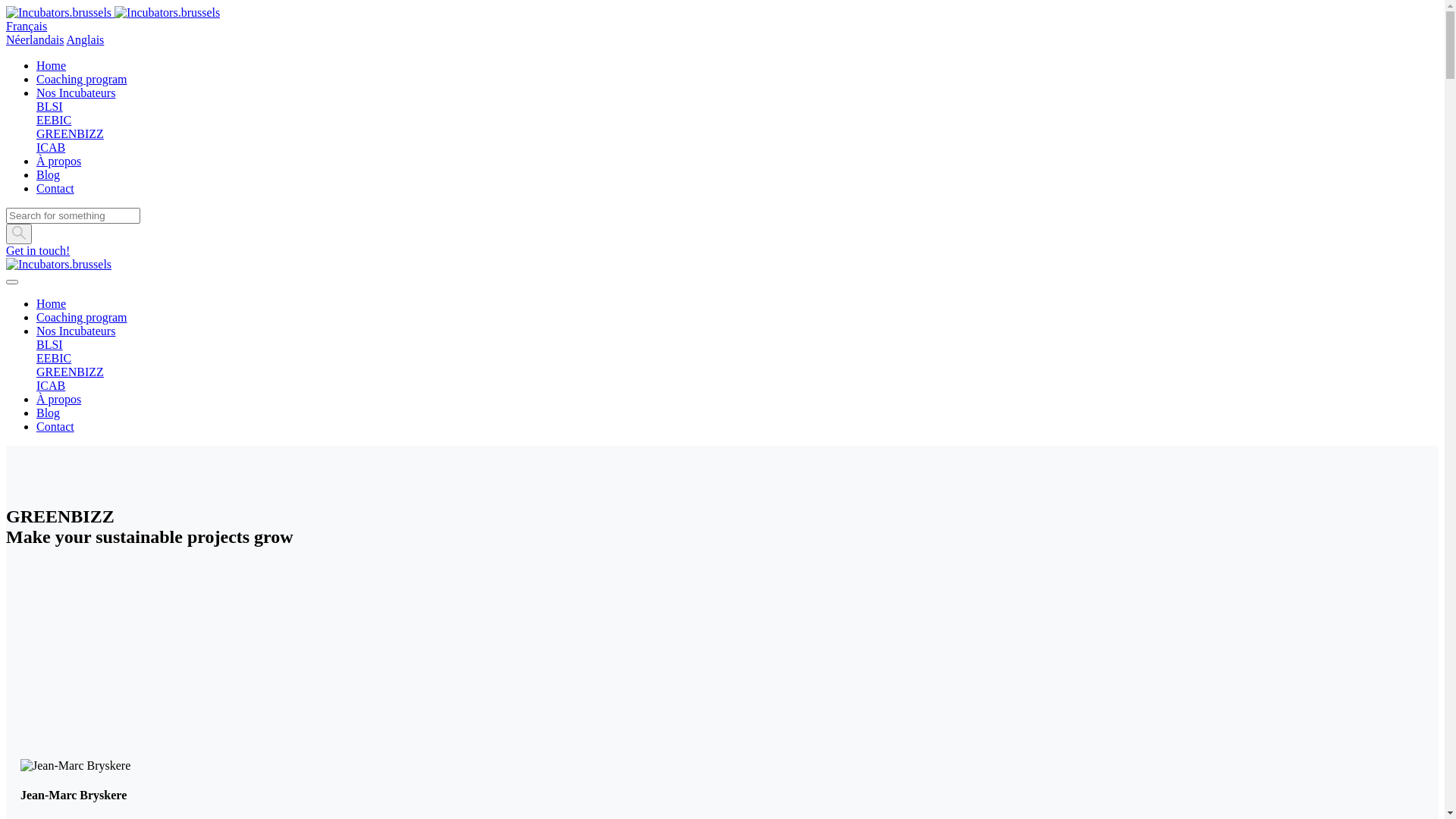 This screenshot has width=1456, height=819. What do you see at coordinates (36, 413) in the screenshot?
I see `'Blog'` at bounding box center [36, 413].